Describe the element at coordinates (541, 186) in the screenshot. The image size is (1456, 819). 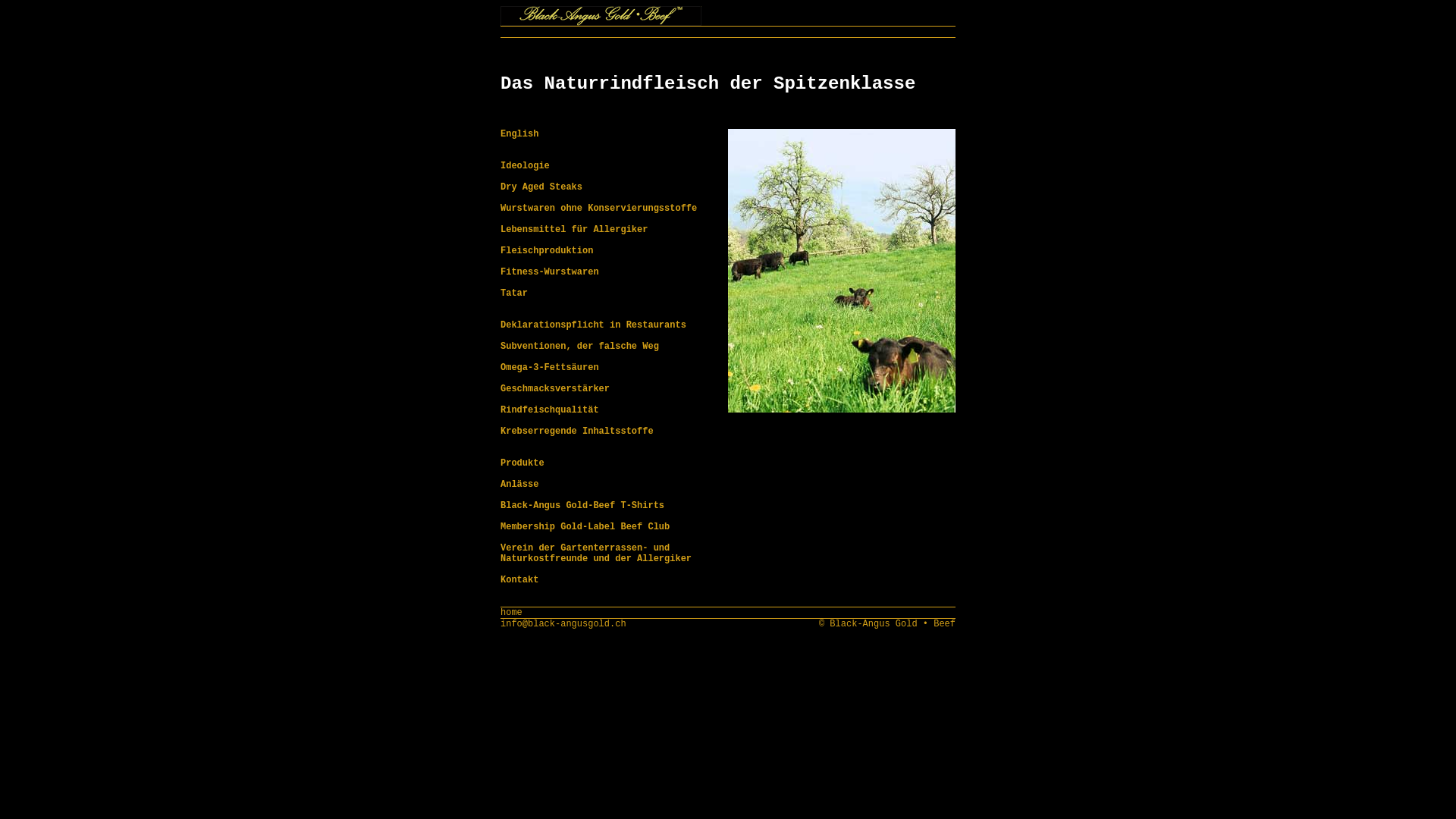
I see `'Dry Aged Steaks'` at that location.